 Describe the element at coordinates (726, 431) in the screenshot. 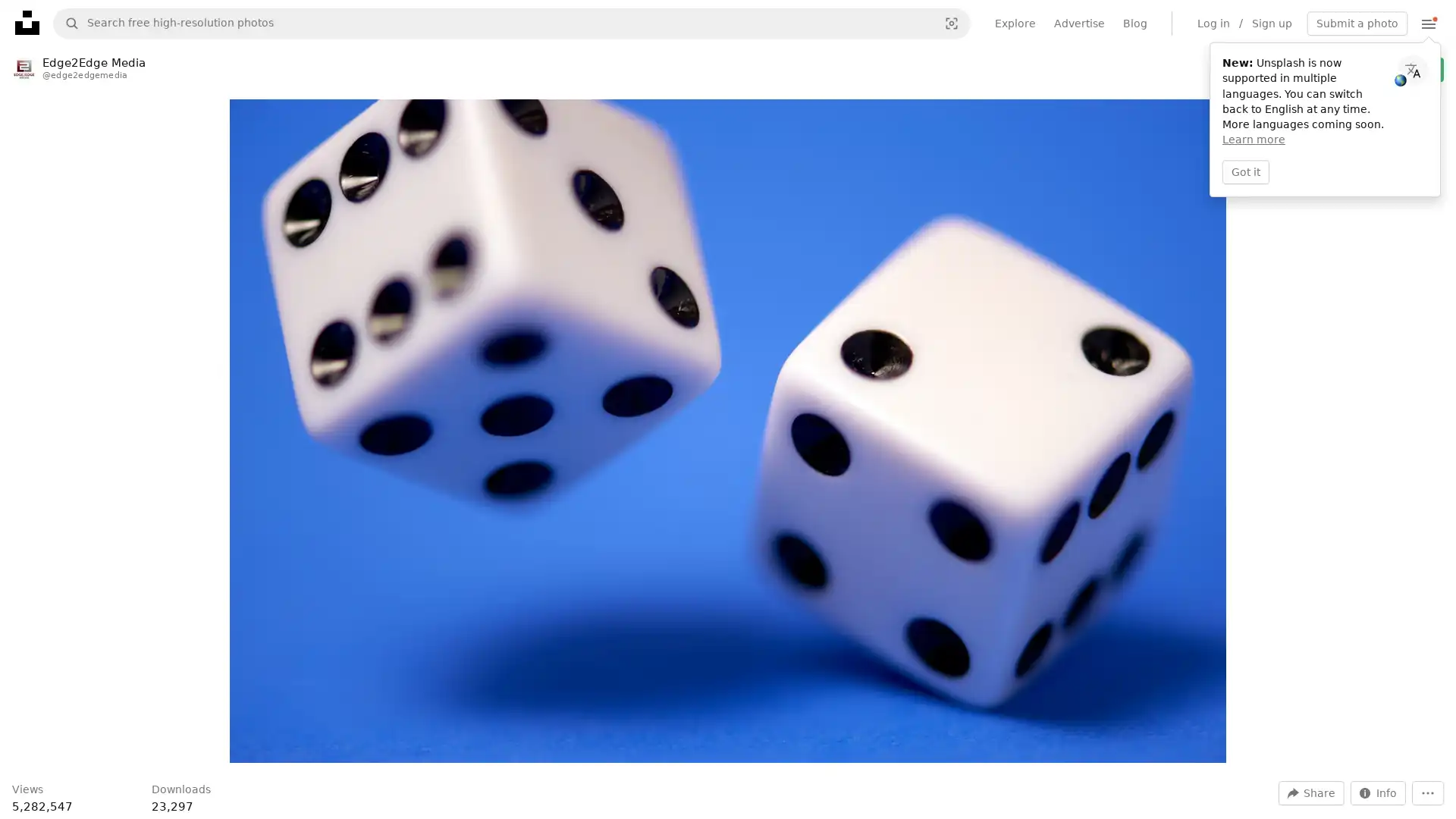

I see `2 white dices on blue surface` at that location.